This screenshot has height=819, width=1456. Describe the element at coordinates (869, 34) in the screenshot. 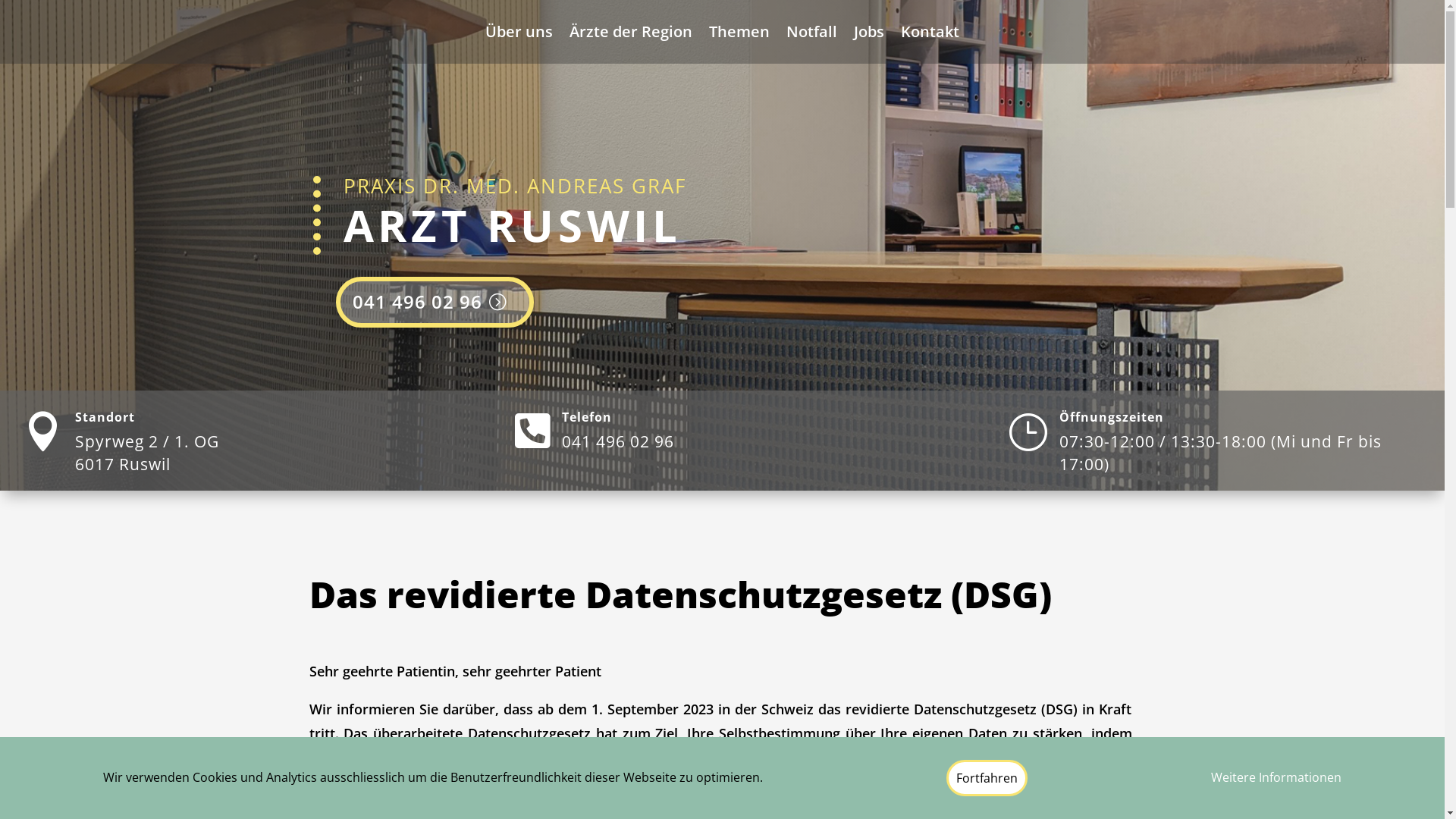

I see `'Jobs'` at that location.